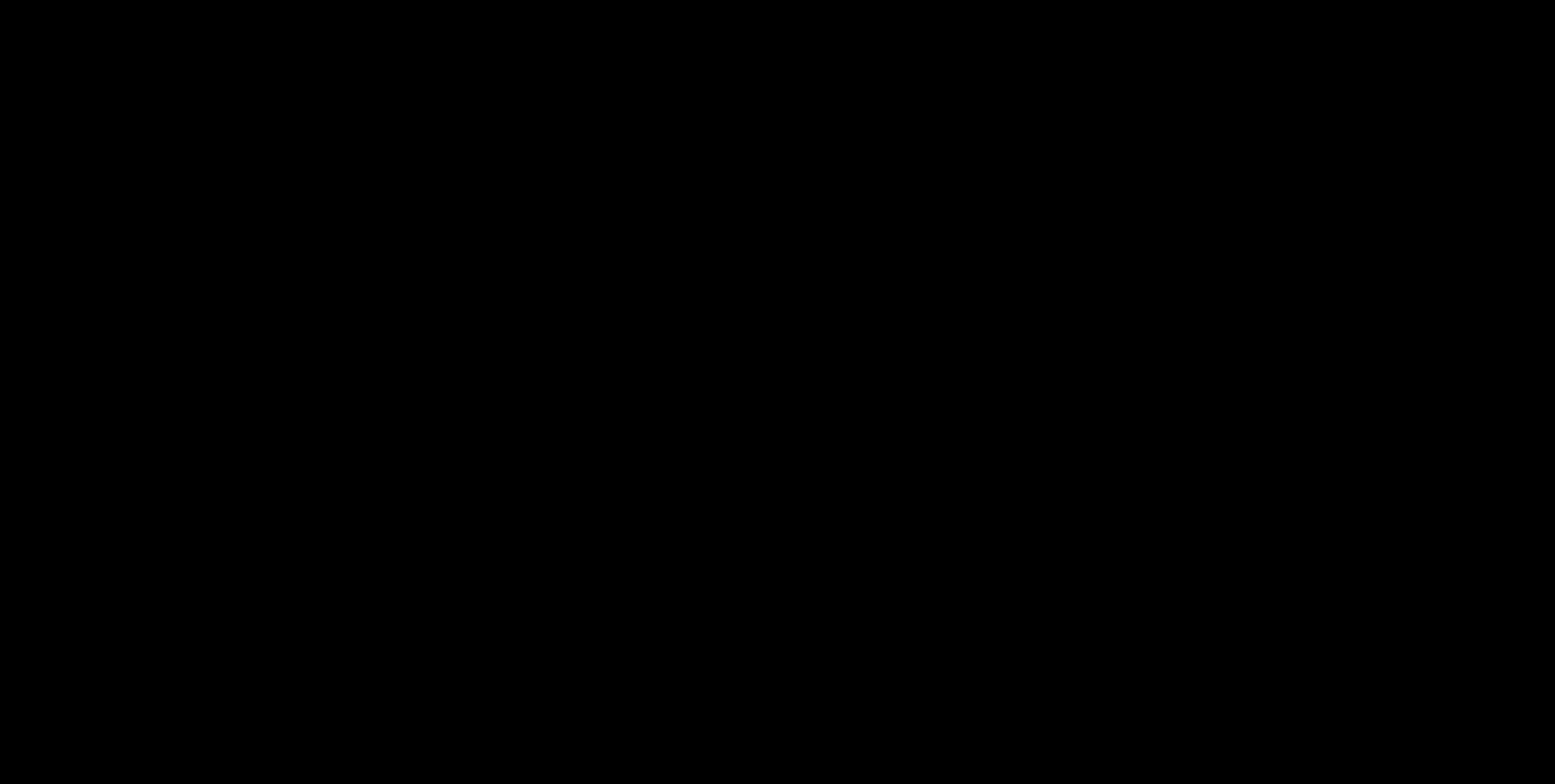 The width and height of the screenshot is (1555, 784). I want to click on 'Submit', so click(777, 382).